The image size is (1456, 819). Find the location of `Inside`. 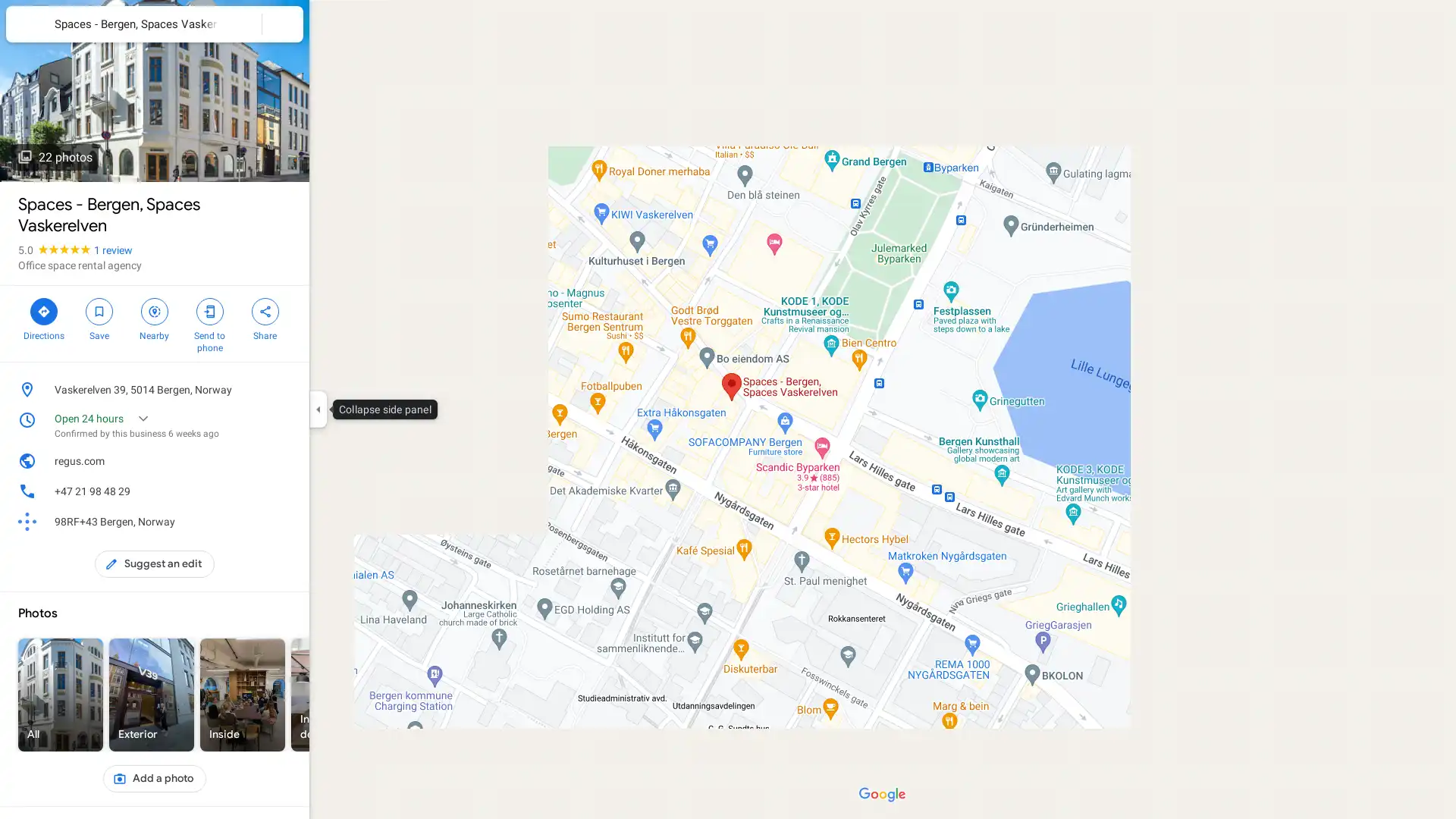

Inside is located at coordinates (243, 695).